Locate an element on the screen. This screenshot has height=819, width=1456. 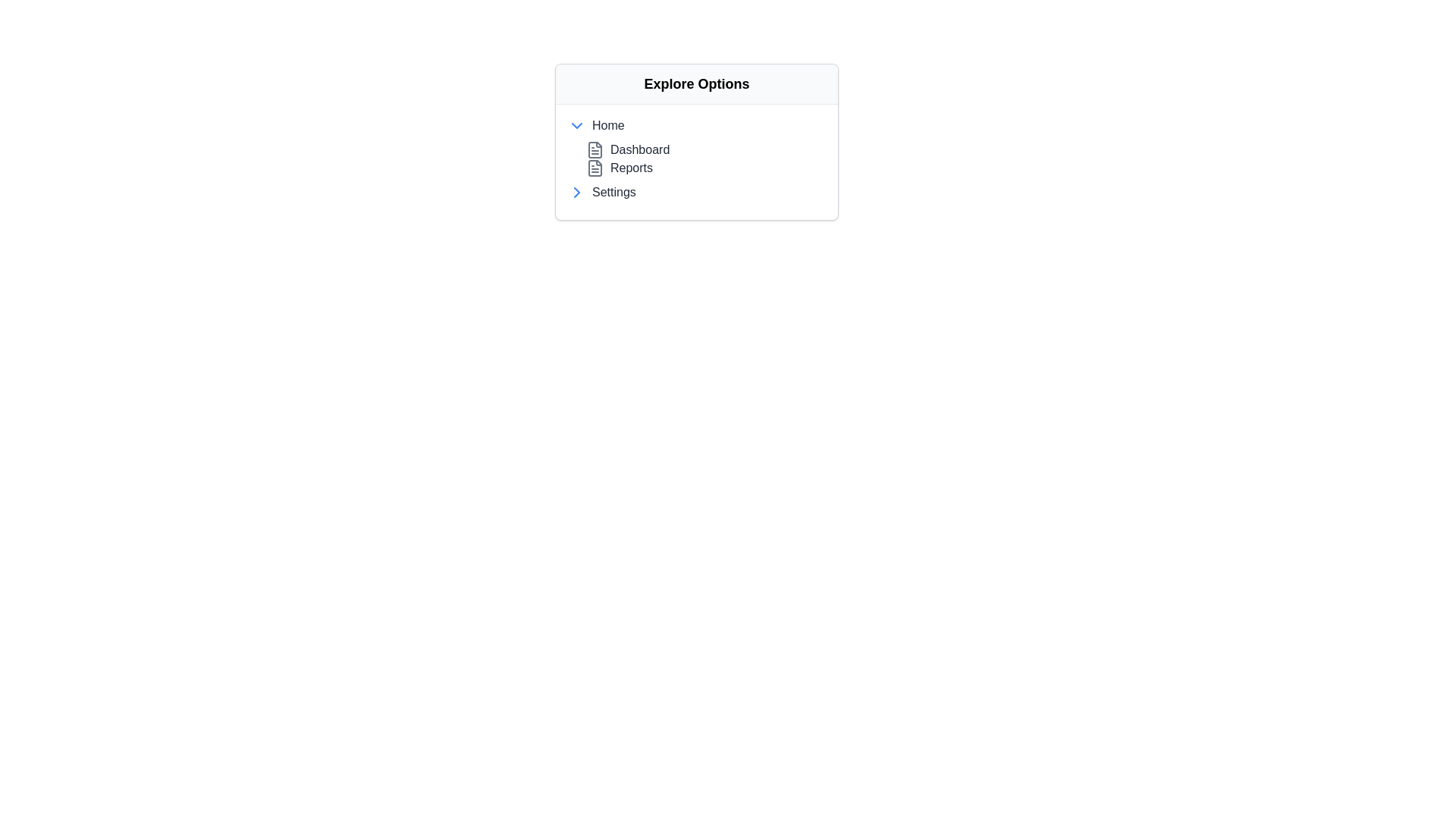
the 'Dashboard' entry in the vertical list located within the 'Explore Options' section, positioned between 'Home' and 'Settings' is located at coordinates (695, 146).